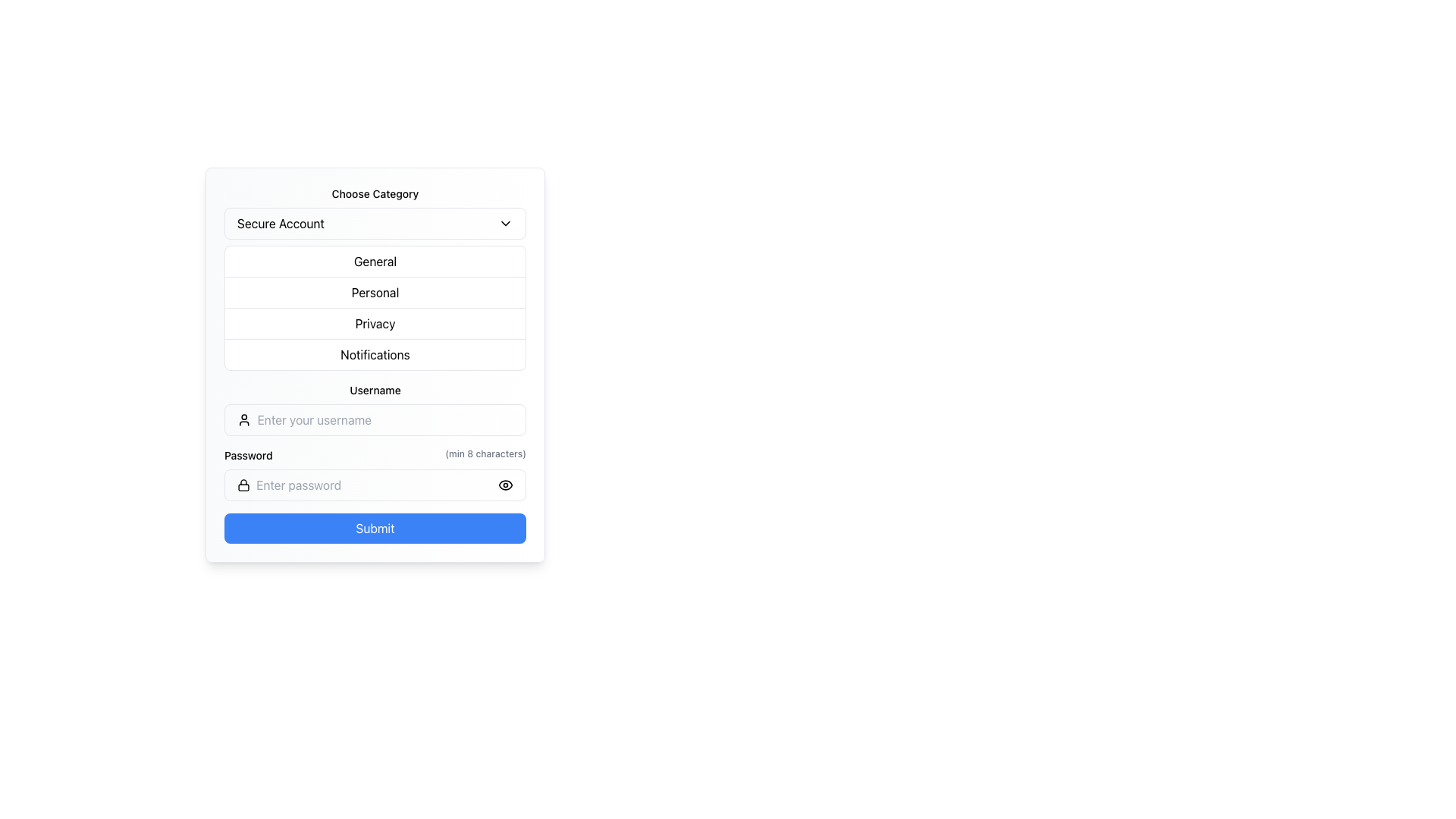 This screenshot has width=1456, height=819. What do you see at coordinates (244, 420) in the screenshot?
I see `the user figure icon located on the left side of the 'Username' input field, which is styled in black and resembles a simple geometric shape` at bounding box center [244, 420].